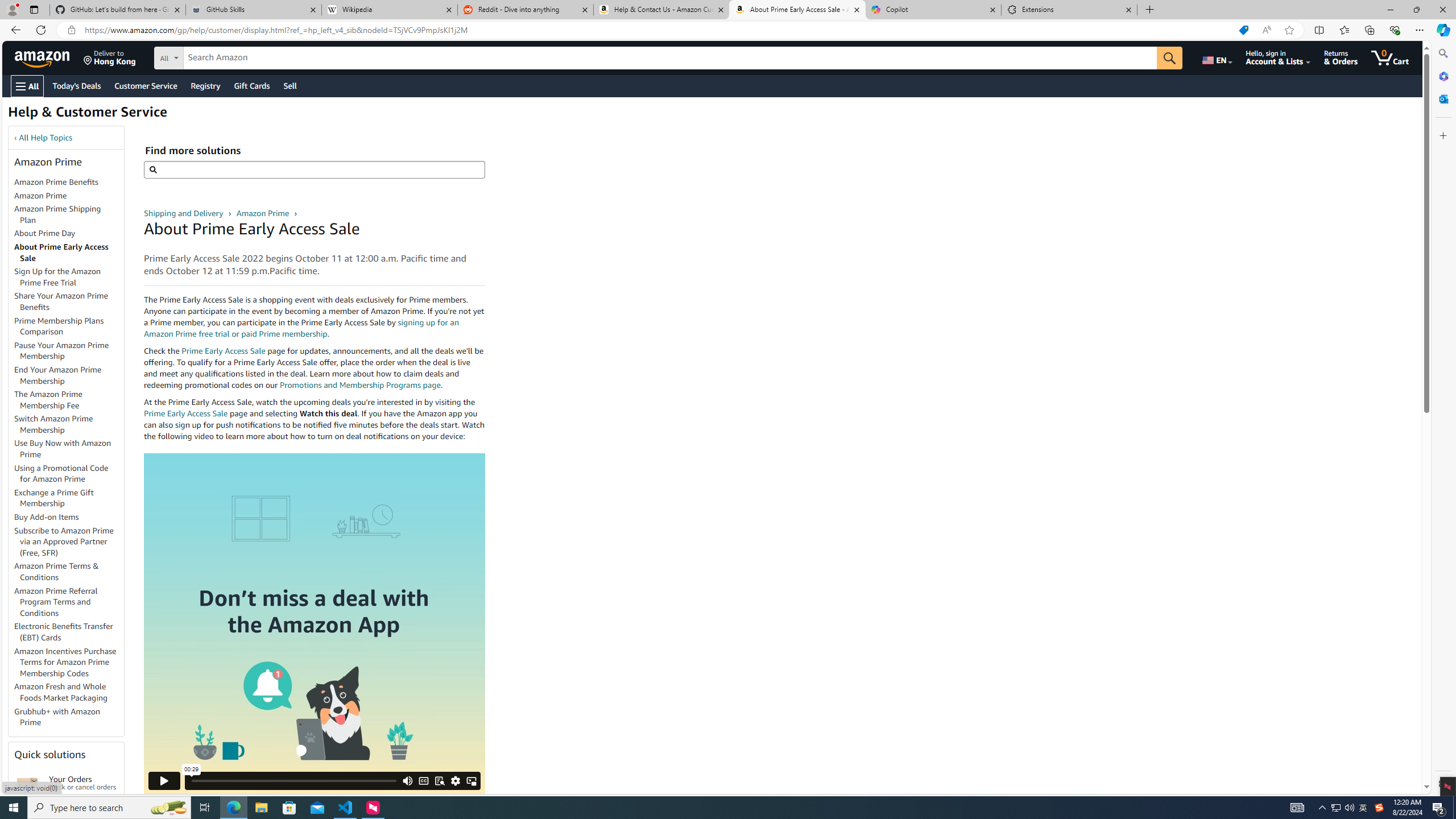  Describe the element at coordinates (69, 183) in the screenshot. I see `'Amazon Prime Benefits'` at that location.